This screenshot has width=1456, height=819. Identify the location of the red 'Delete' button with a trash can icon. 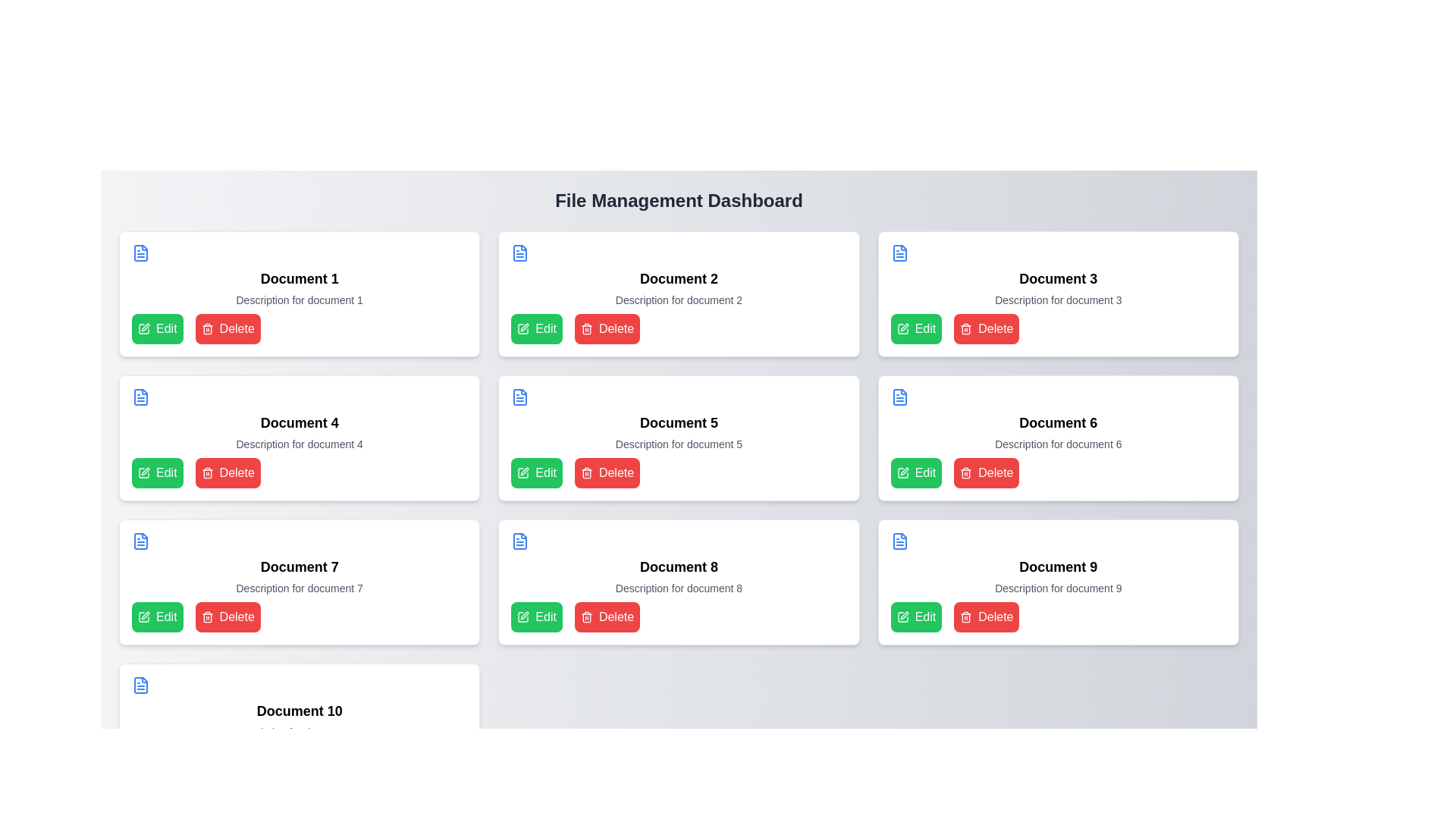
(607, 472).